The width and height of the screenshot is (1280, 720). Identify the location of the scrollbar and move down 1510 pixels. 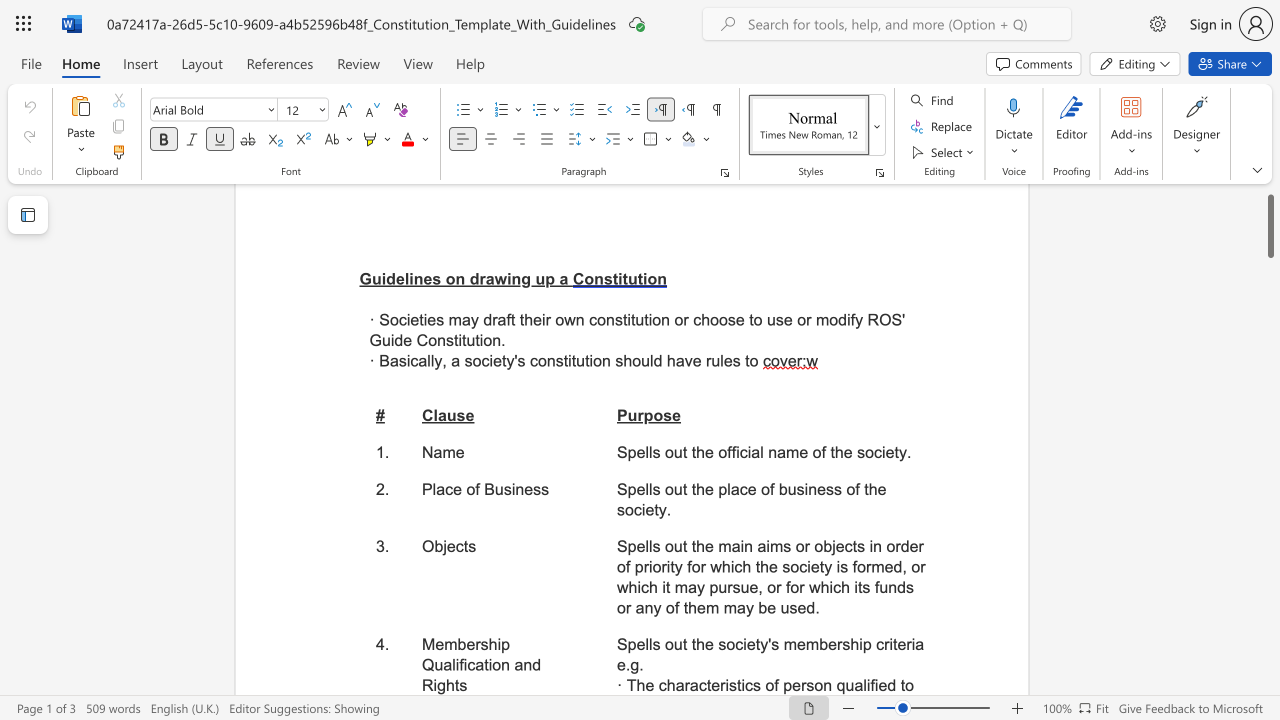
(1269, 225).